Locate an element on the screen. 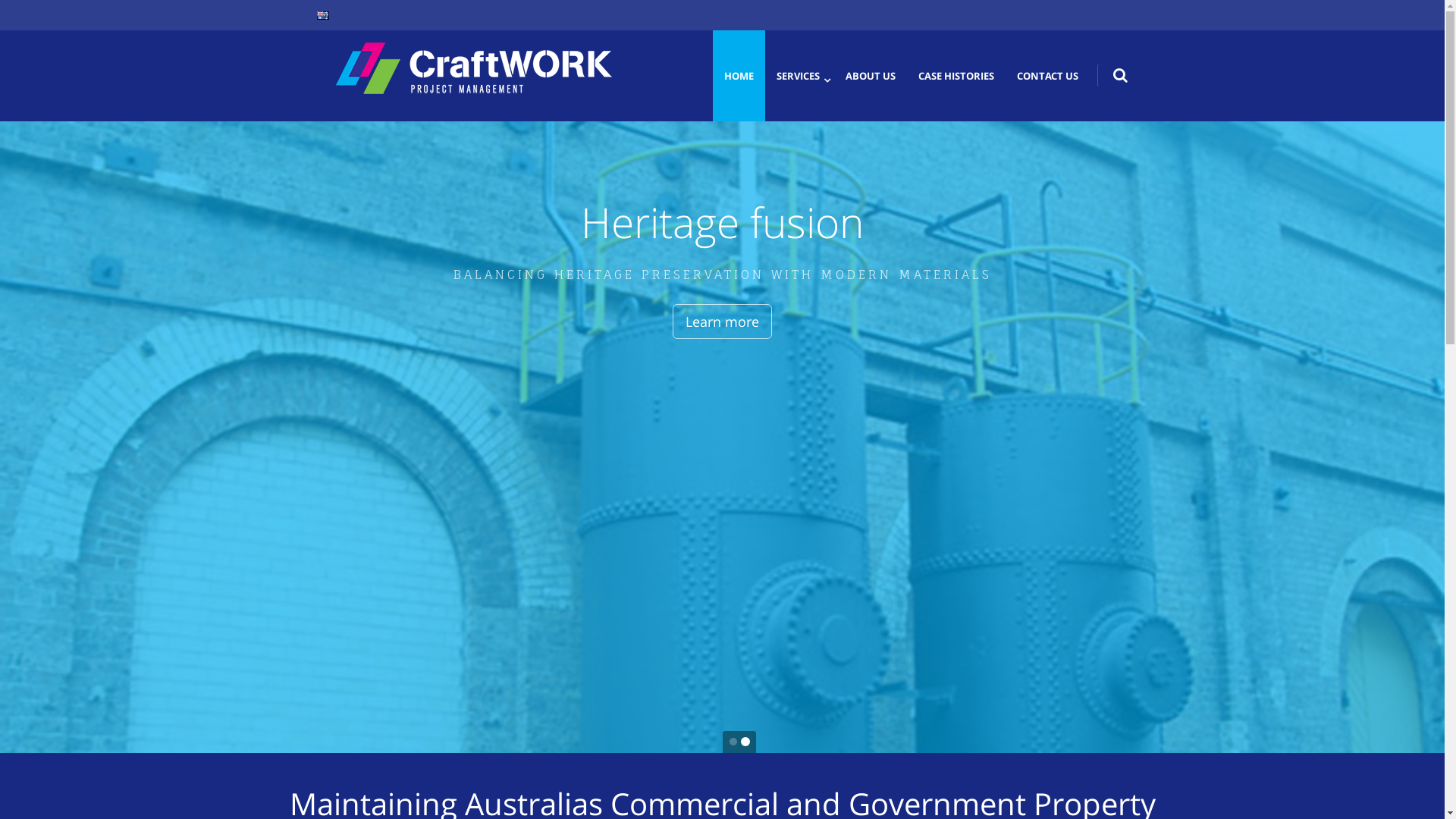 The height and width of the screenshot is (819, 1456). 'ABOUT US' is located at coordinates (870, 76).